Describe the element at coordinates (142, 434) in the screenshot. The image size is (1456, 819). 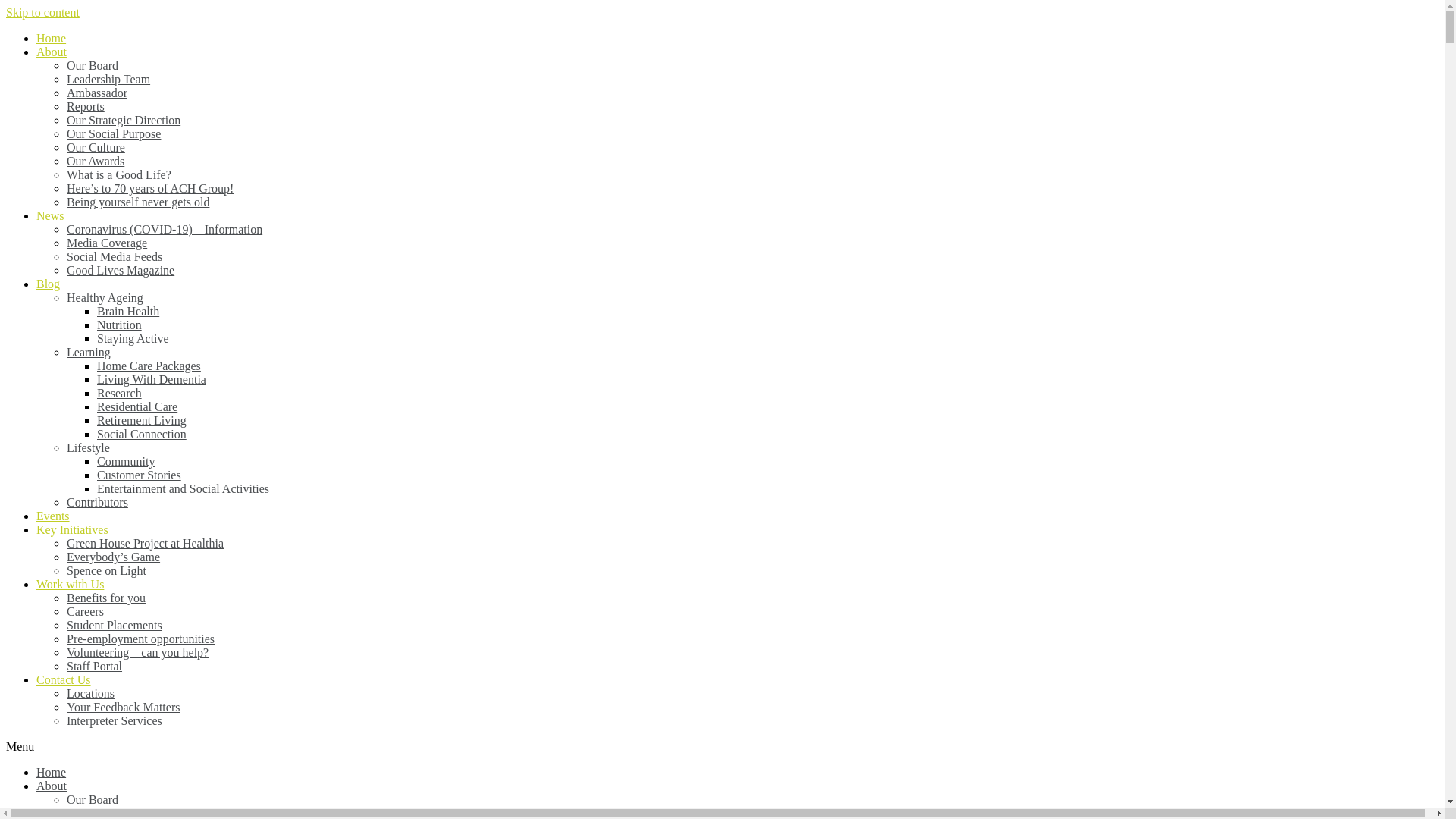
I see `'Social Connection'` at that location.